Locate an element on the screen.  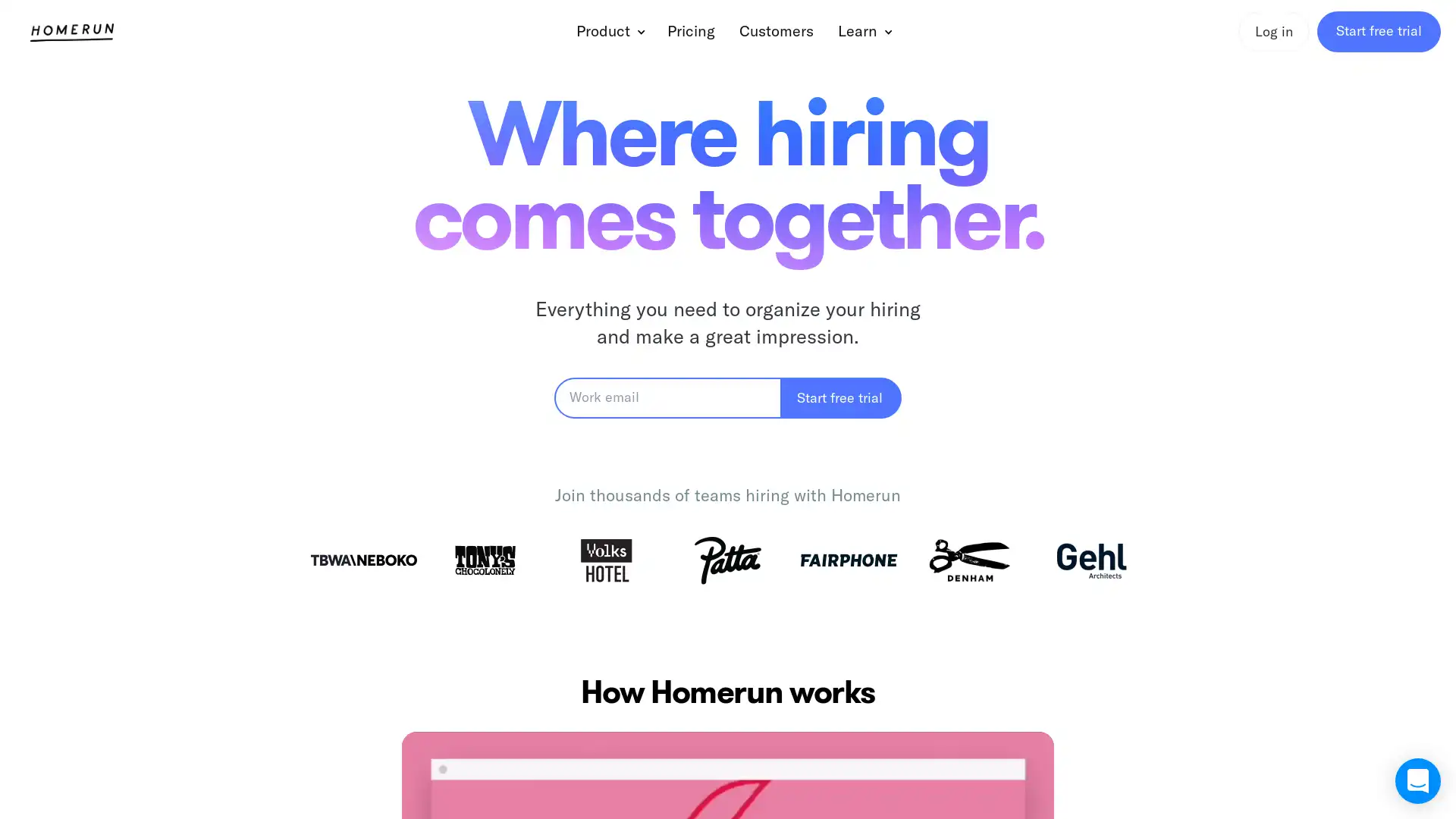
Start free trial is located at coordinates (840, 397).